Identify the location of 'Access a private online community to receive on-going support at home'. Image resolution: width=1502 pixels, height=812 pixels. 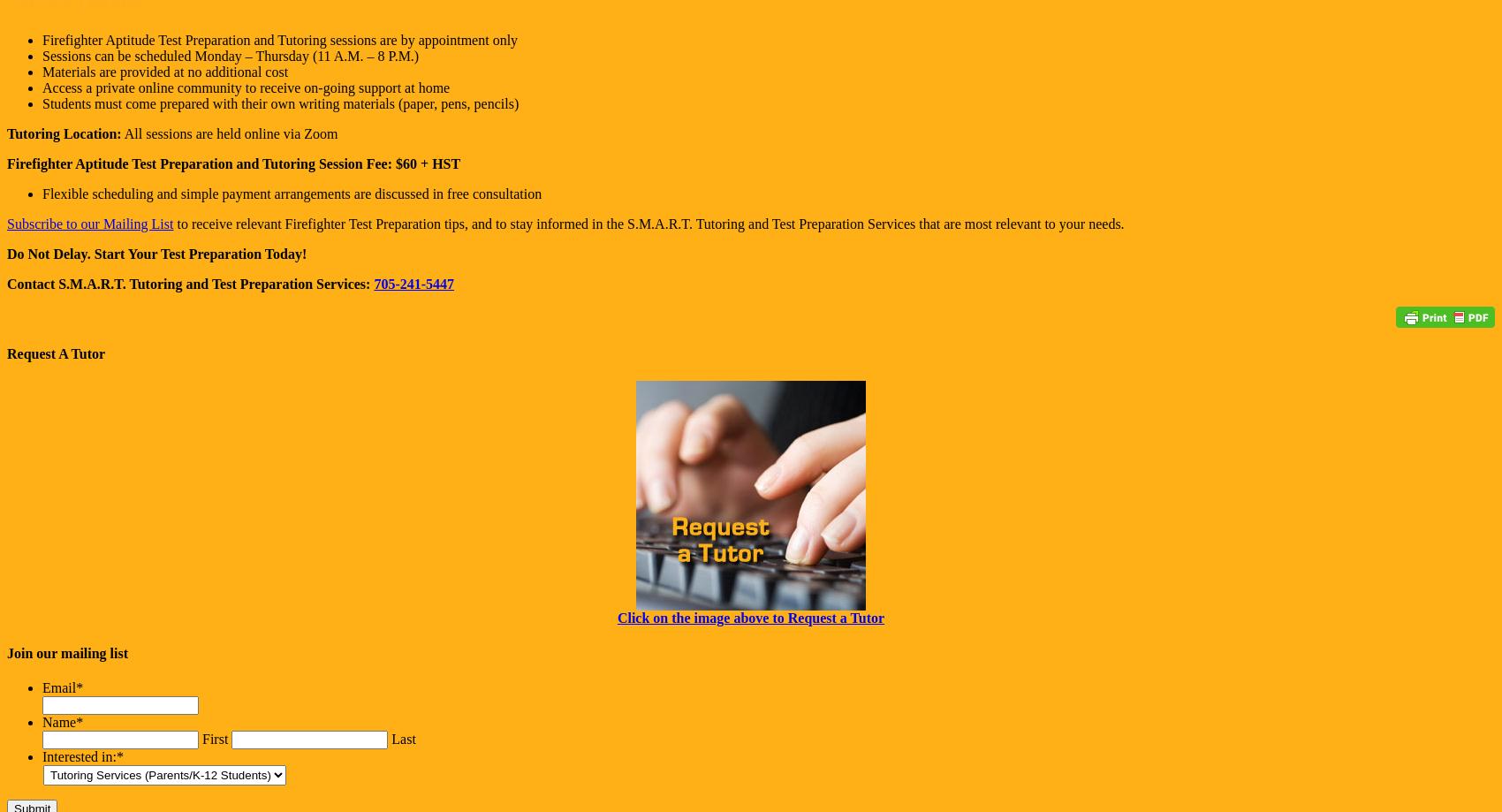
(246, 86).